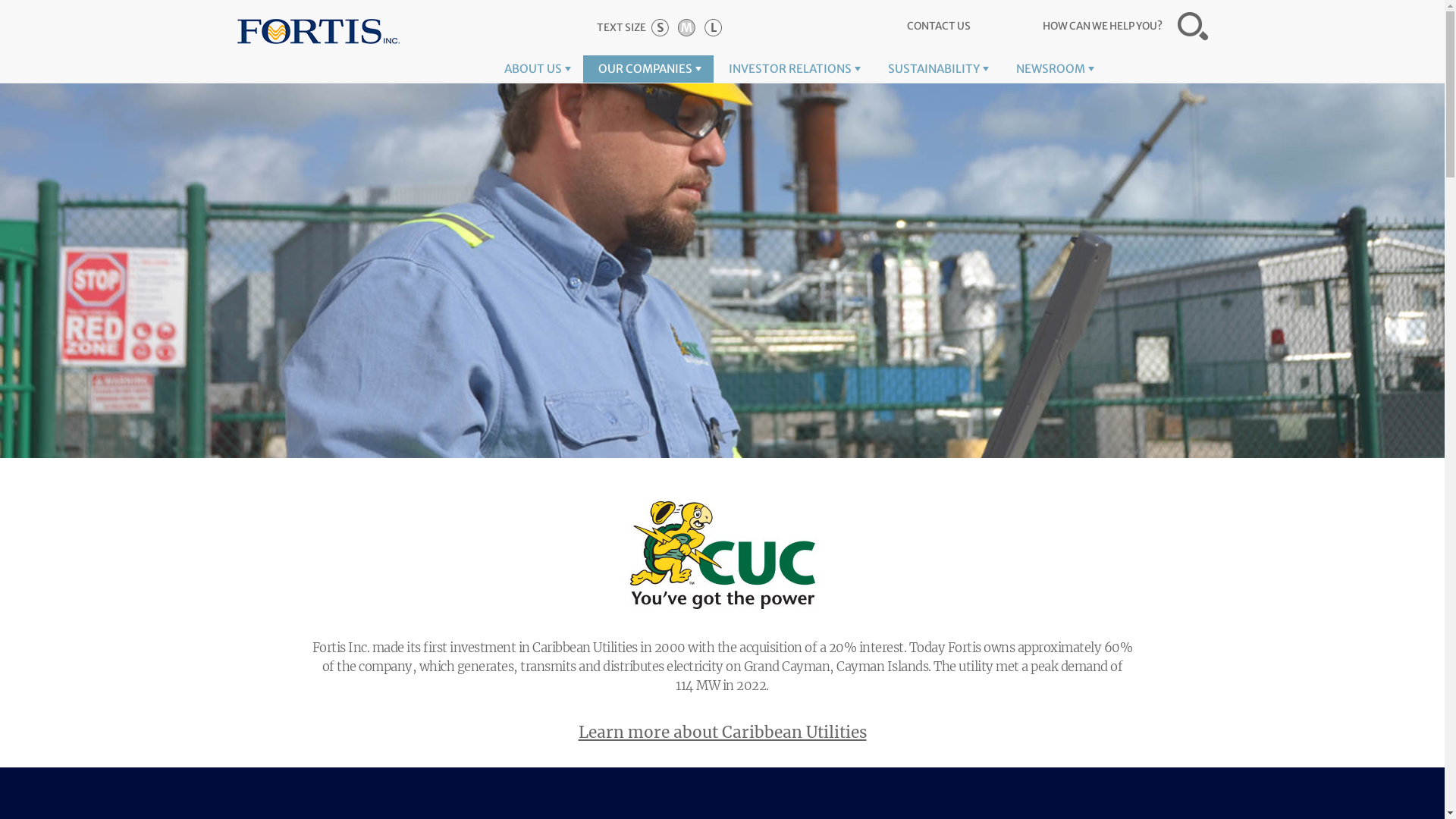 The image size is (1456, 819). Describe the element at coordinates (1040, 26) in the screenshot. I see `'HOW CAN WE HELP YOU?'` at that location.